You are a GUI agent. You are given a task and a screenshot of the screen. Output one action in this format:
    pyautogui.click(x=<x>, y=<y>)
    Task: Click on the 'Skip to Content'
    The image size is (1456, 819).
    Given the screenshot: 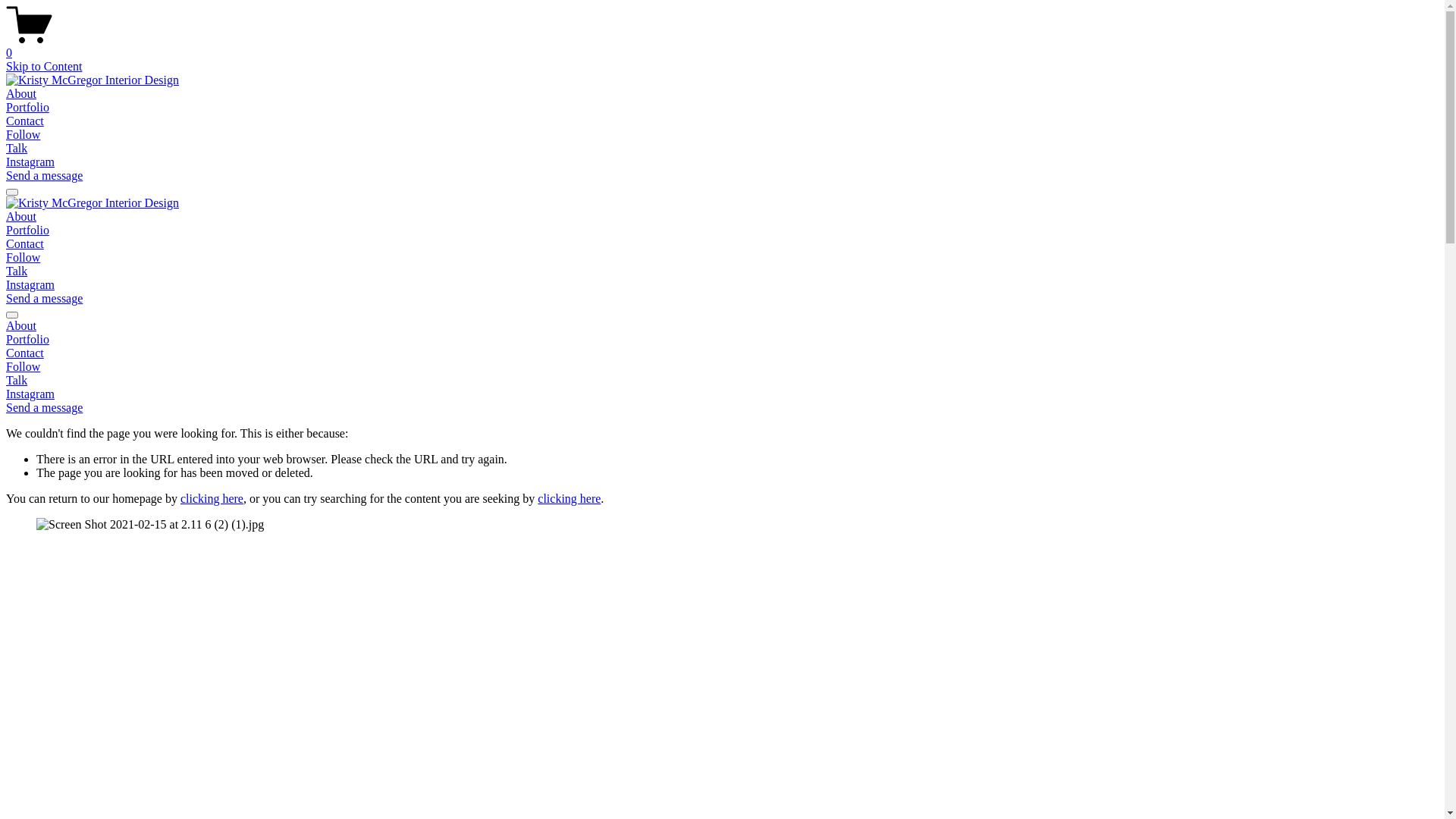 What is the action you would take?
    pyautogui.click(x=43, y=65)
    